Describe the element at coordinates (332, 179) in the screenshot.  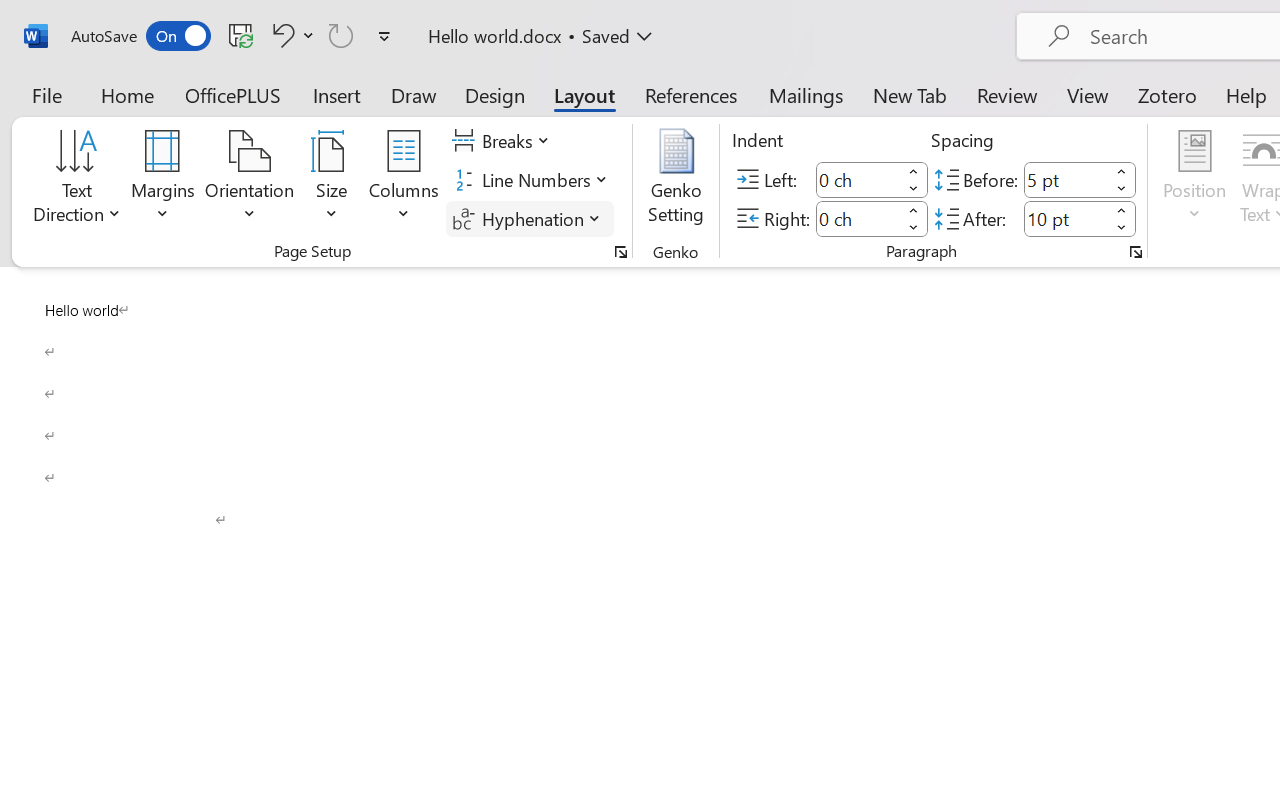
I see `'Size'` at that location.